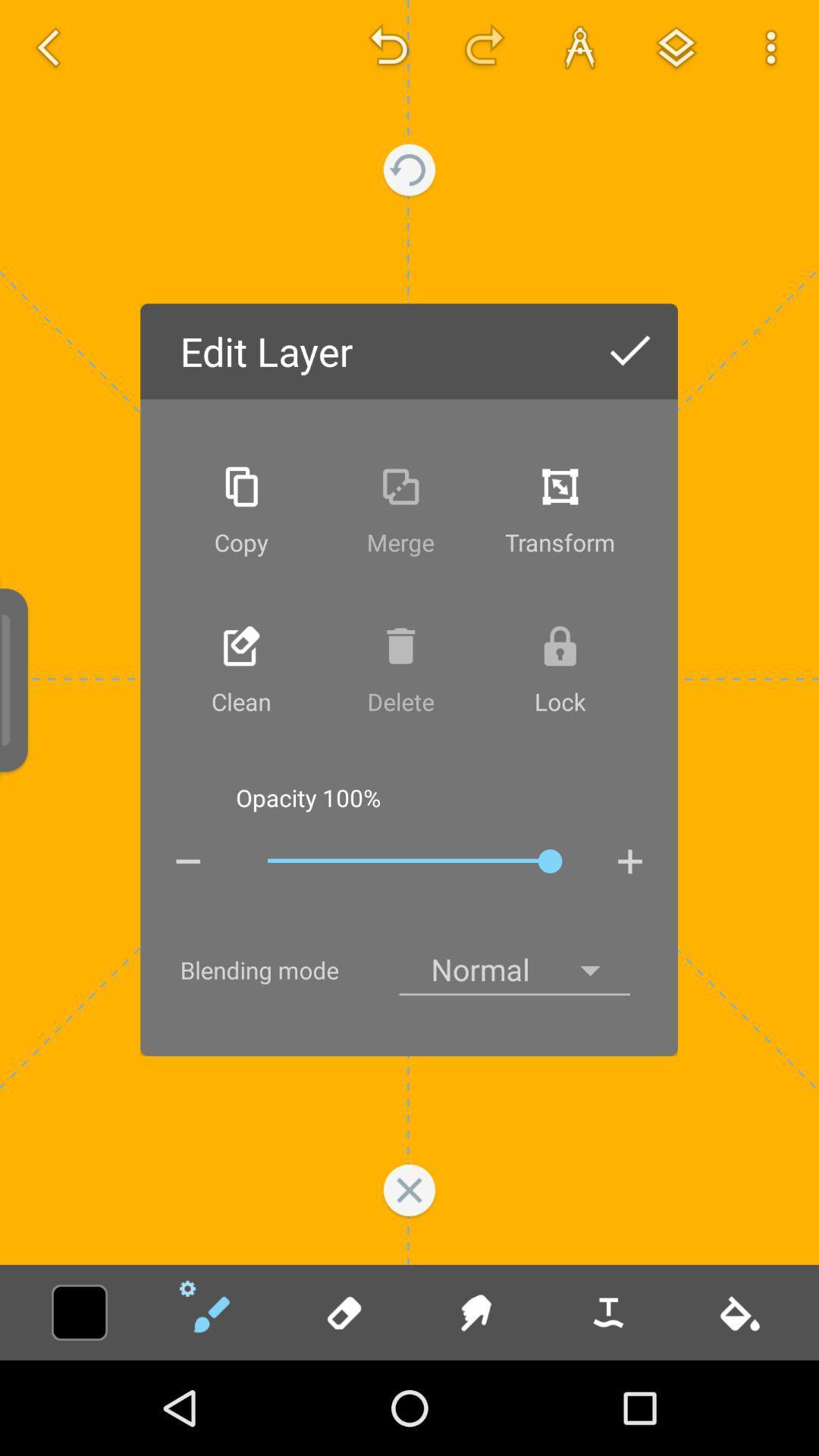 The image size is (819, 1456). I want to click on the redo icon, so click(485, 47).